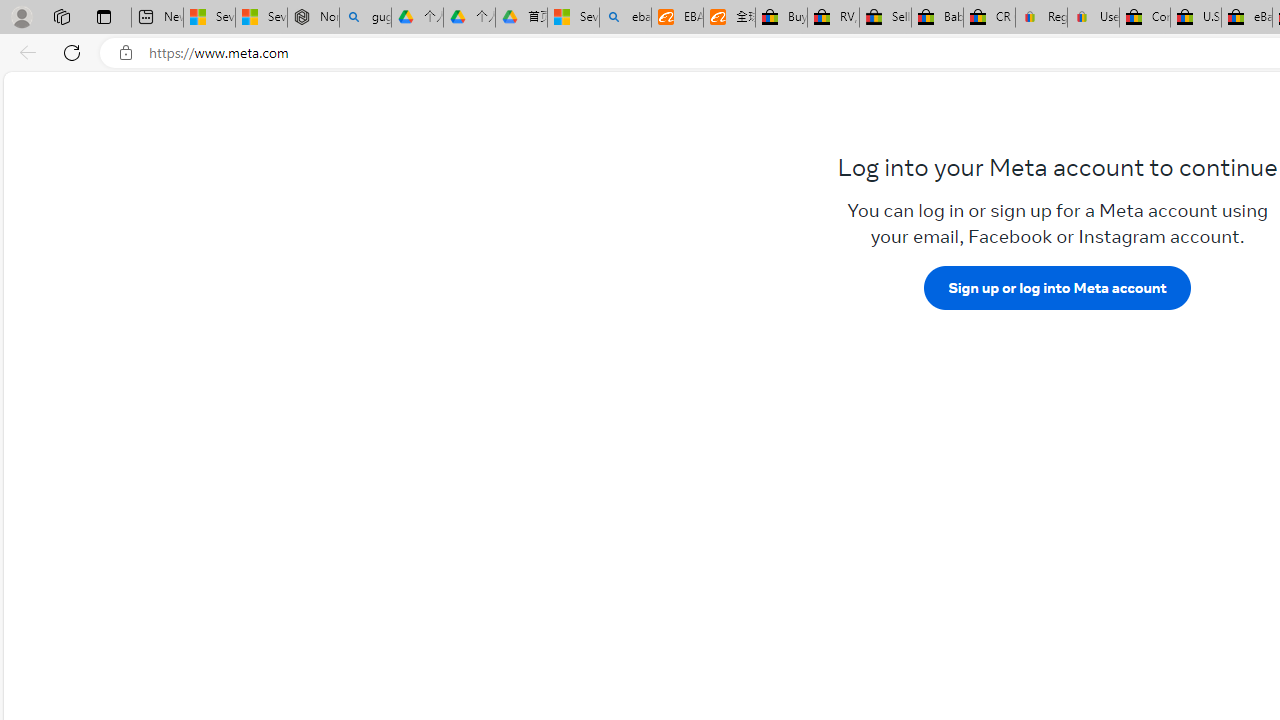  I want to click on 'ebay - Search', so click(624, 17).